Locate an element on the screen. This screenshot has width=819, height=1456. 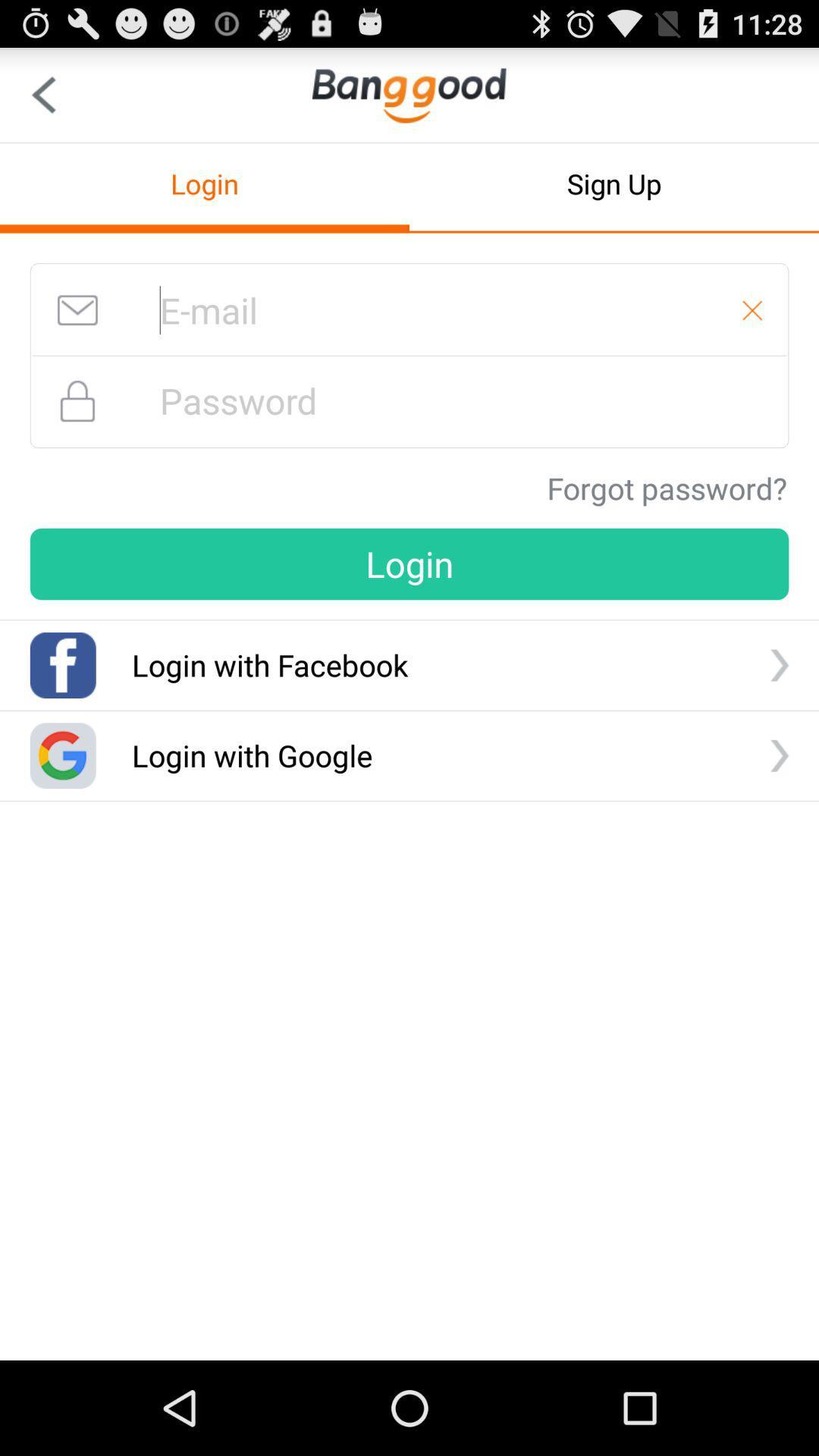
password is located at coordinates (409, 400).